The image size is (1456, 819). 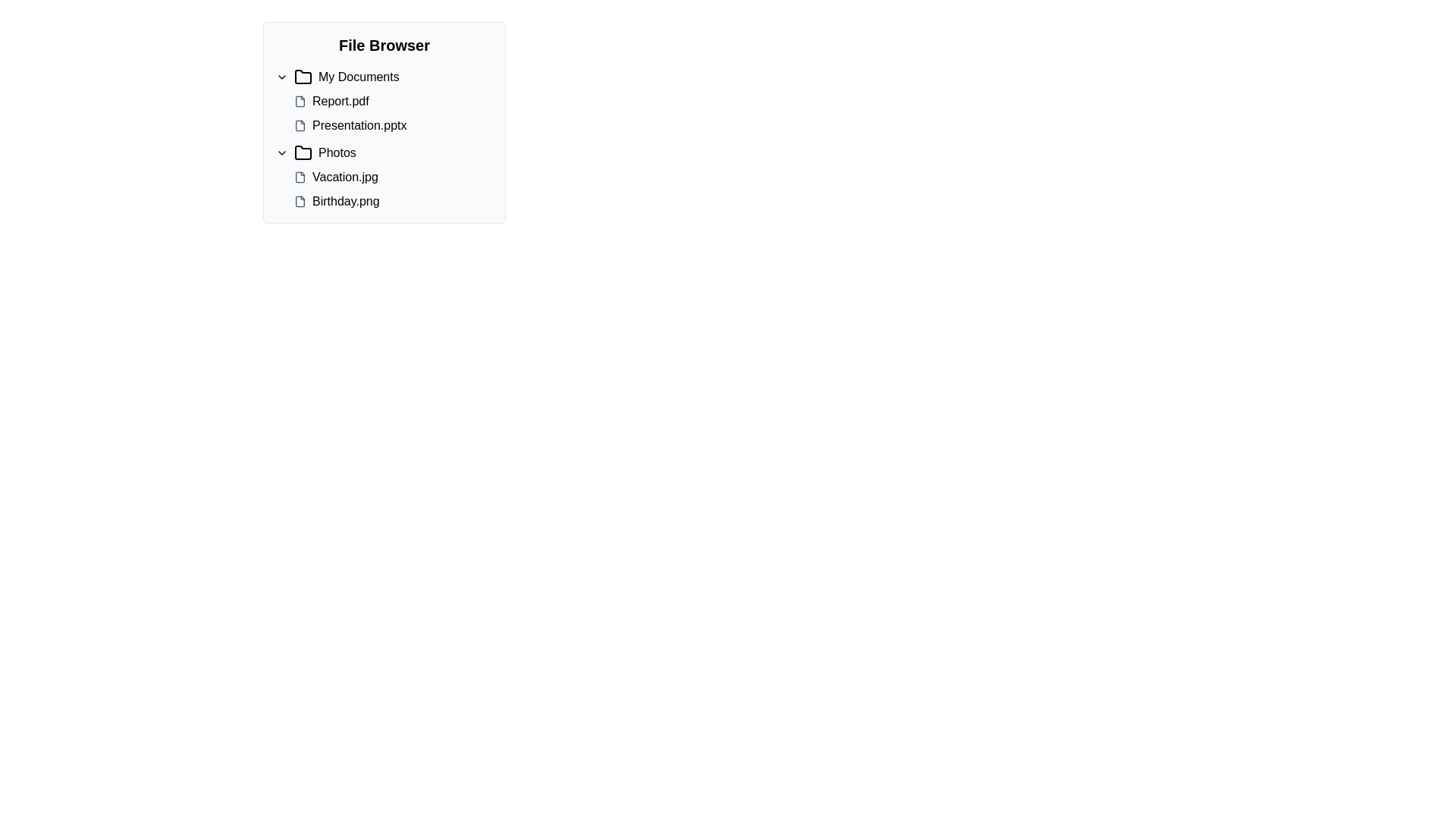 I want to click on the file list item group containing file names 'Vacation.jpg' and 'Birthday.png', so click(x=384, y=189).